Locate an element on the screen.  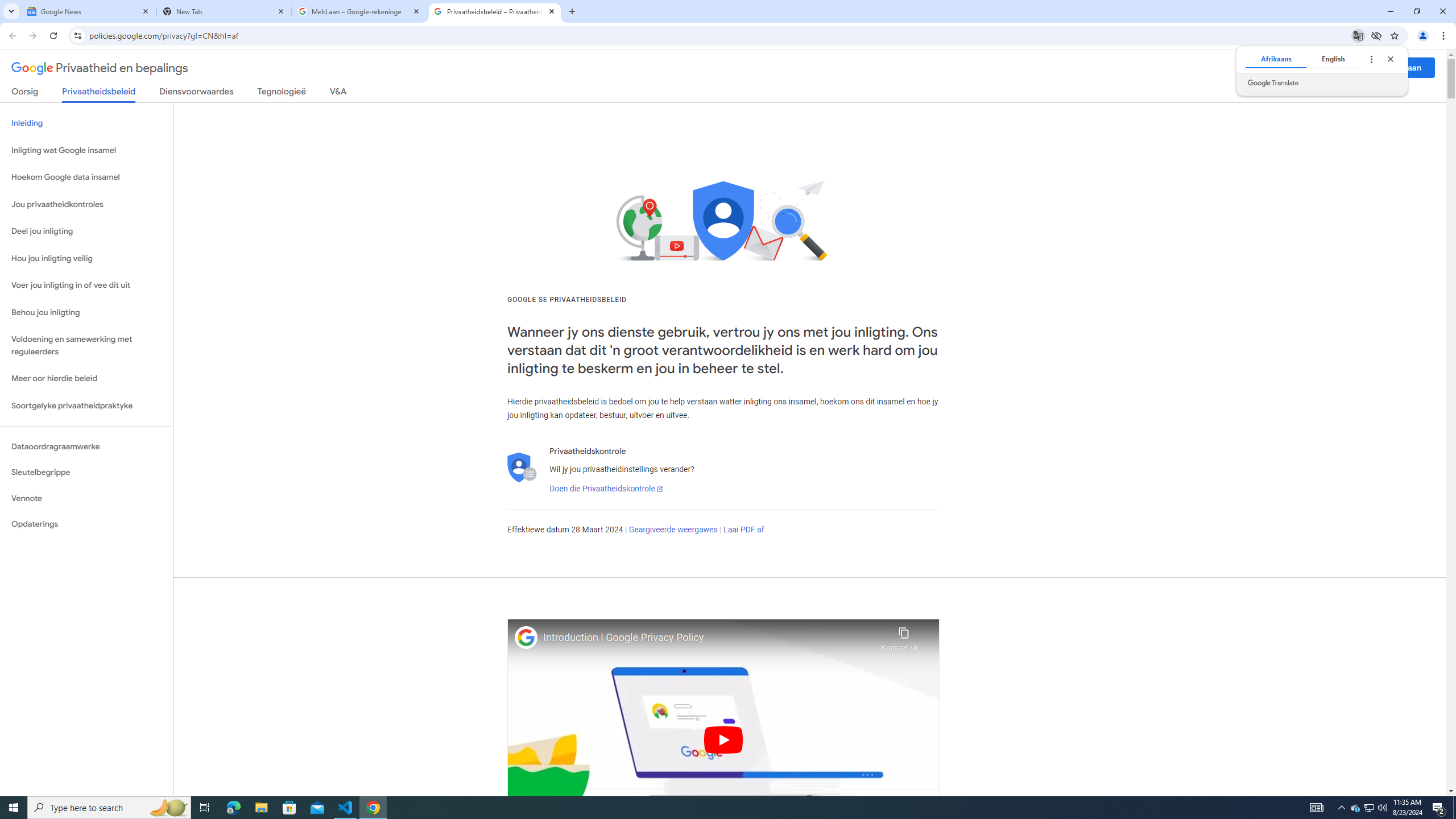
'English' is located at coordinates (1333, 59).